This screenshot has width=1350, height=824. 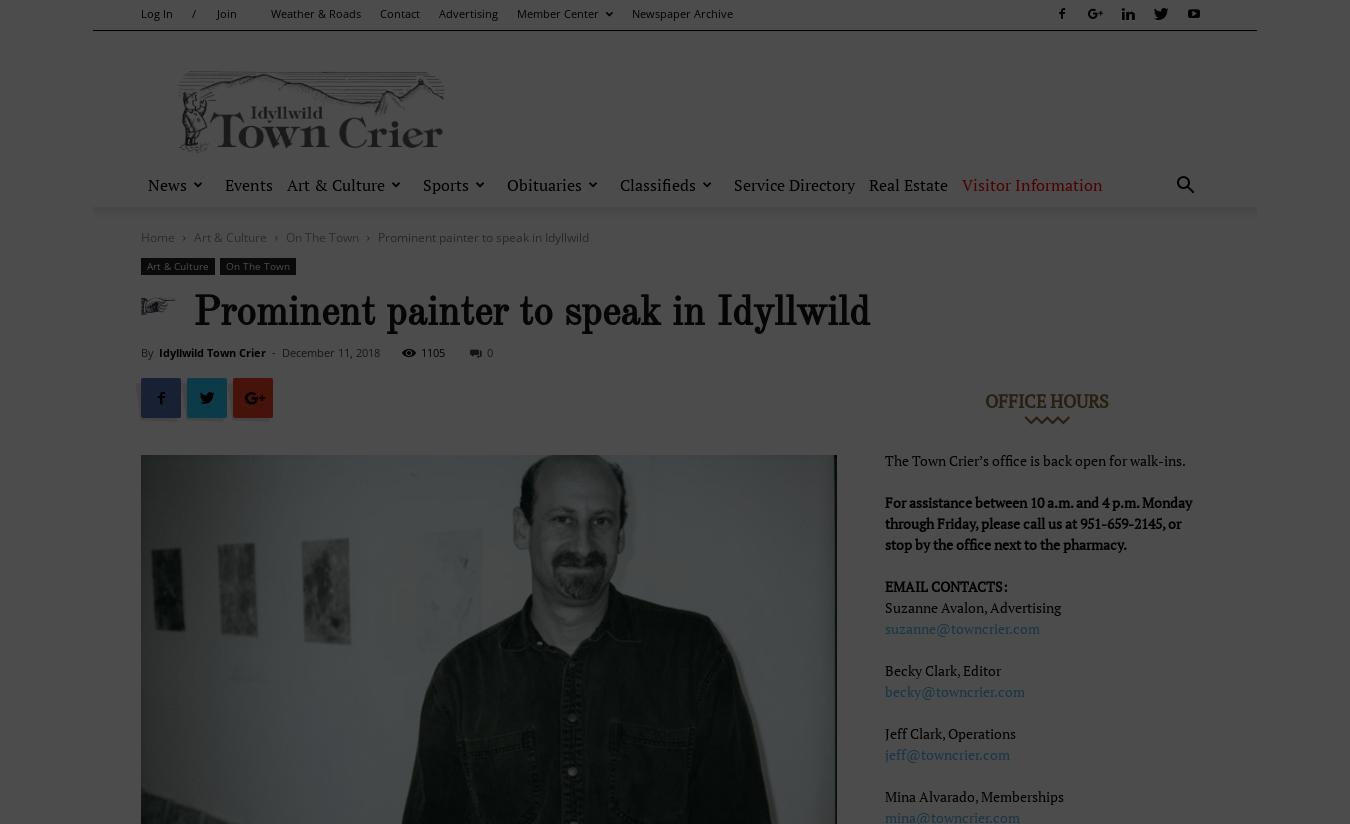 I want to click on 'Home', so click(x=157, y=236).